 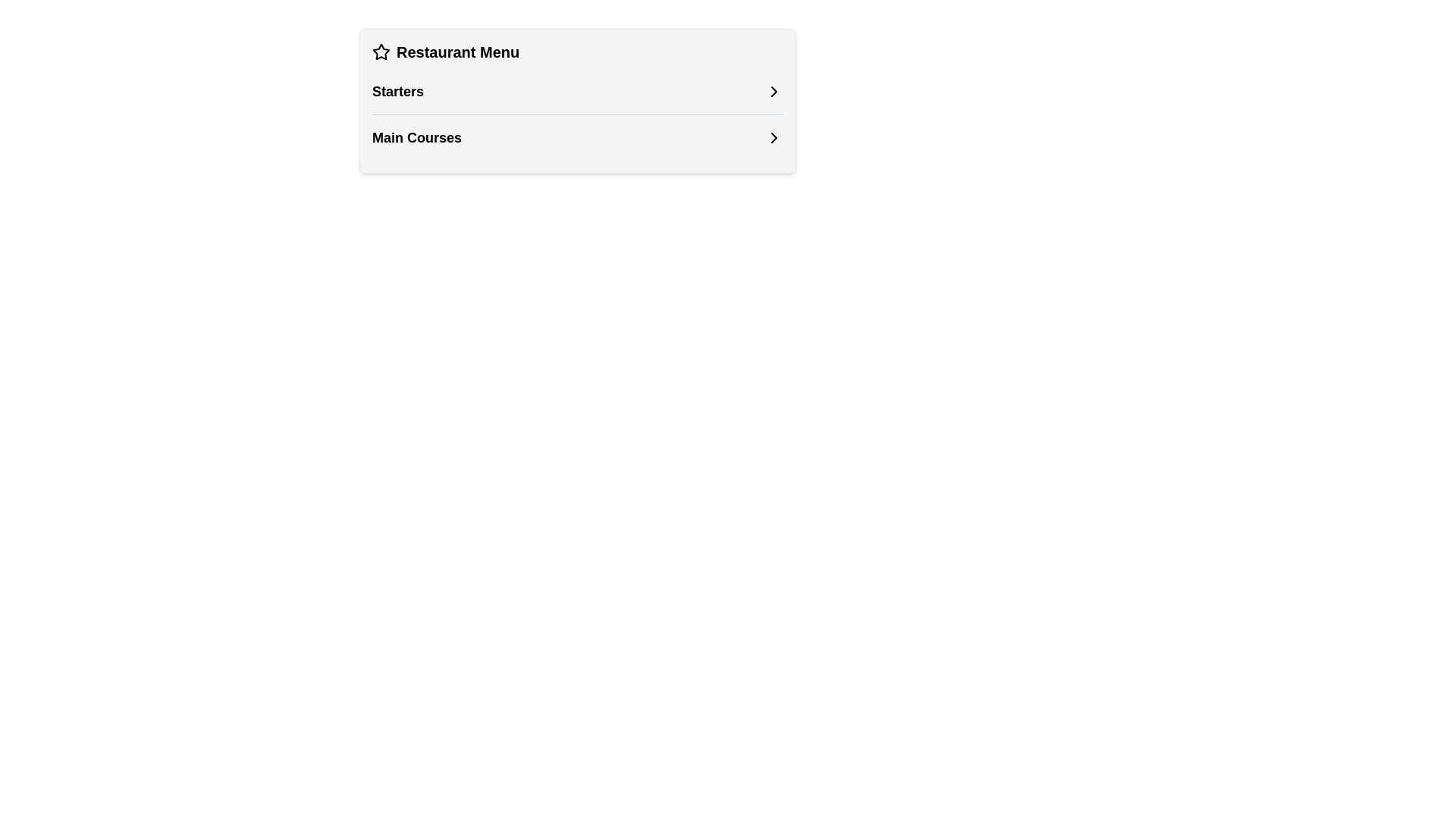 I want to click on the 'Starters' menu option located in the main menu card, positioned as the first row under the restaurant's menu title, so click(x=577, y=91).